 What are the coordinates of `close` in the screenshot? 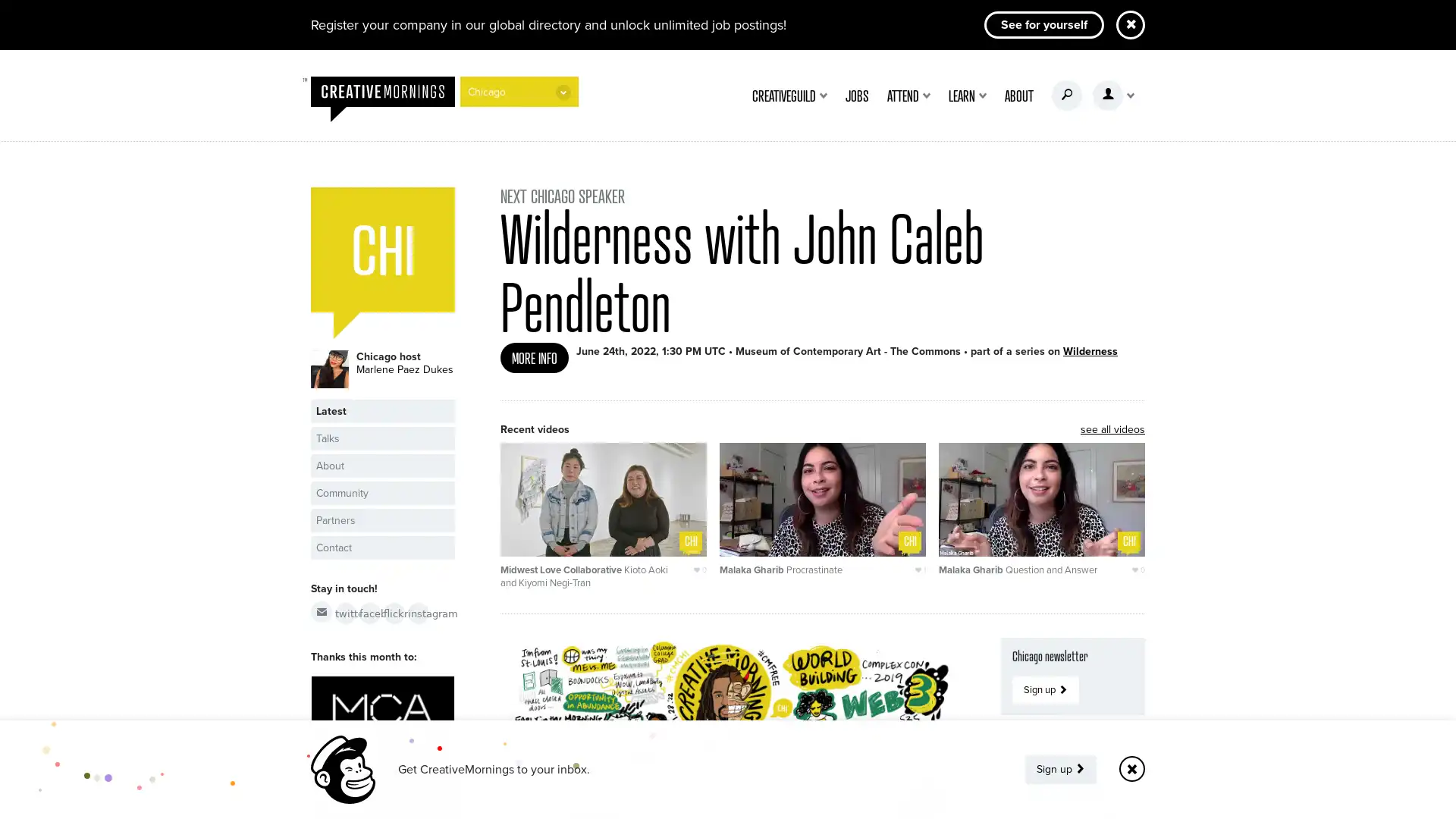 It's located at (1131, 25).